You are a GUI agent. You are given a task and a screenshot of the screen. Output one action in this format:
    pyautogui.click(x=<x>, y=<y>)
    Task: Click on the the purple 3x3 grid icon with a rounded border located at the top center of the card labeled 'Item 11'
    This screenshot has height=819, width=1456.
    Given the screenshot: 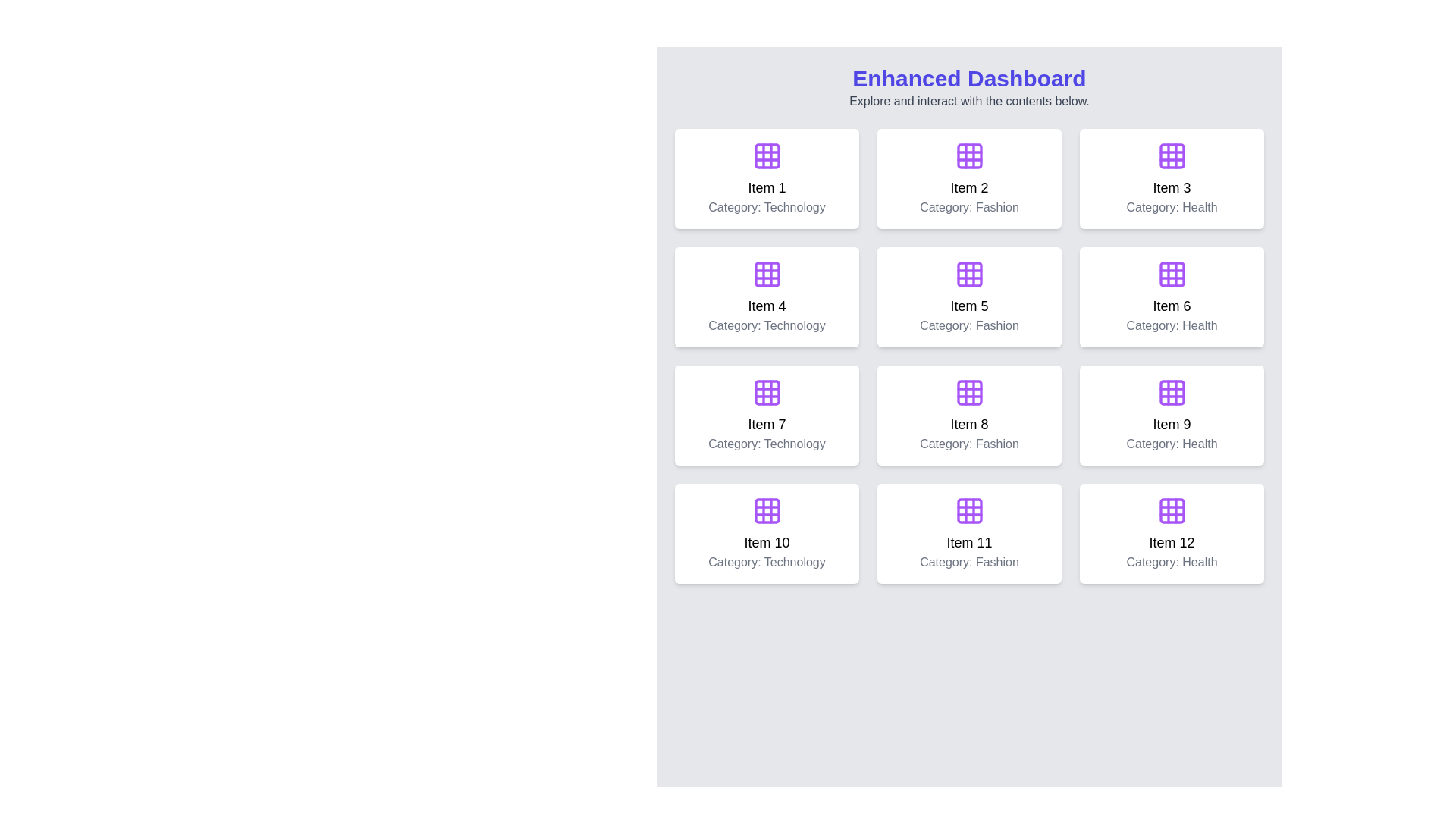 What is the action you would take?
    pyautogui.click(x=968, y=511)
    